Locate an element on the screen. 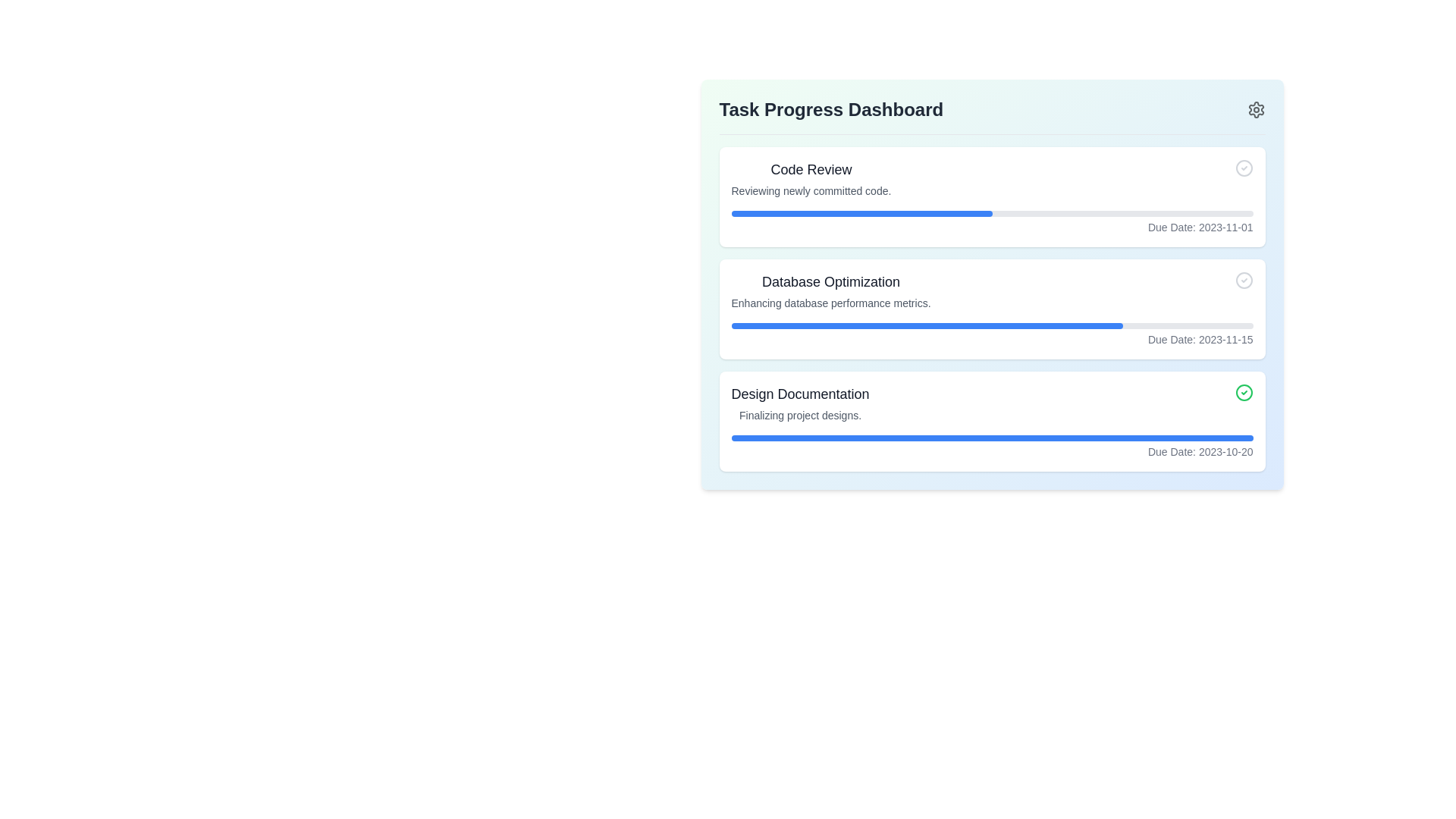  the text label element that serves as the title for the task card labeled 'Code Review', which is located at the top of the card in the task dashboard is located at coordinates (811, 169).